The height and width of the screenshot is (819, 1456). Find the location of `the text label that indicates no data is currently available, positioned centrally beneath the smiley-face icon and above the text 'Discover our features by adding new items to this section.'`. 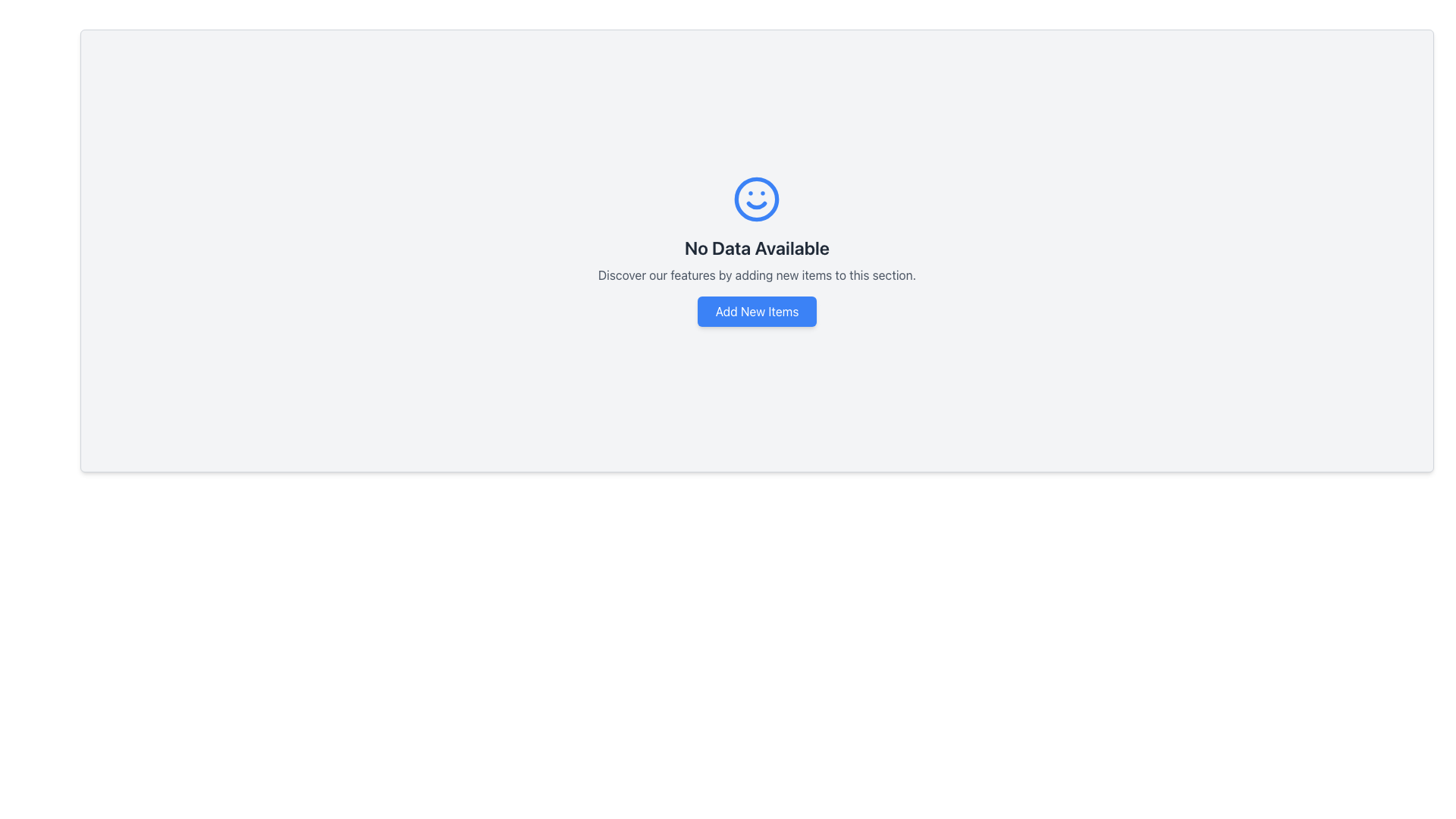

the text label that indicates no data is currently available, positioned centrally beneath the smiley-face icon and above the text 'Discover our features by adding new items to this section.' is located at coordinates (757, 247).